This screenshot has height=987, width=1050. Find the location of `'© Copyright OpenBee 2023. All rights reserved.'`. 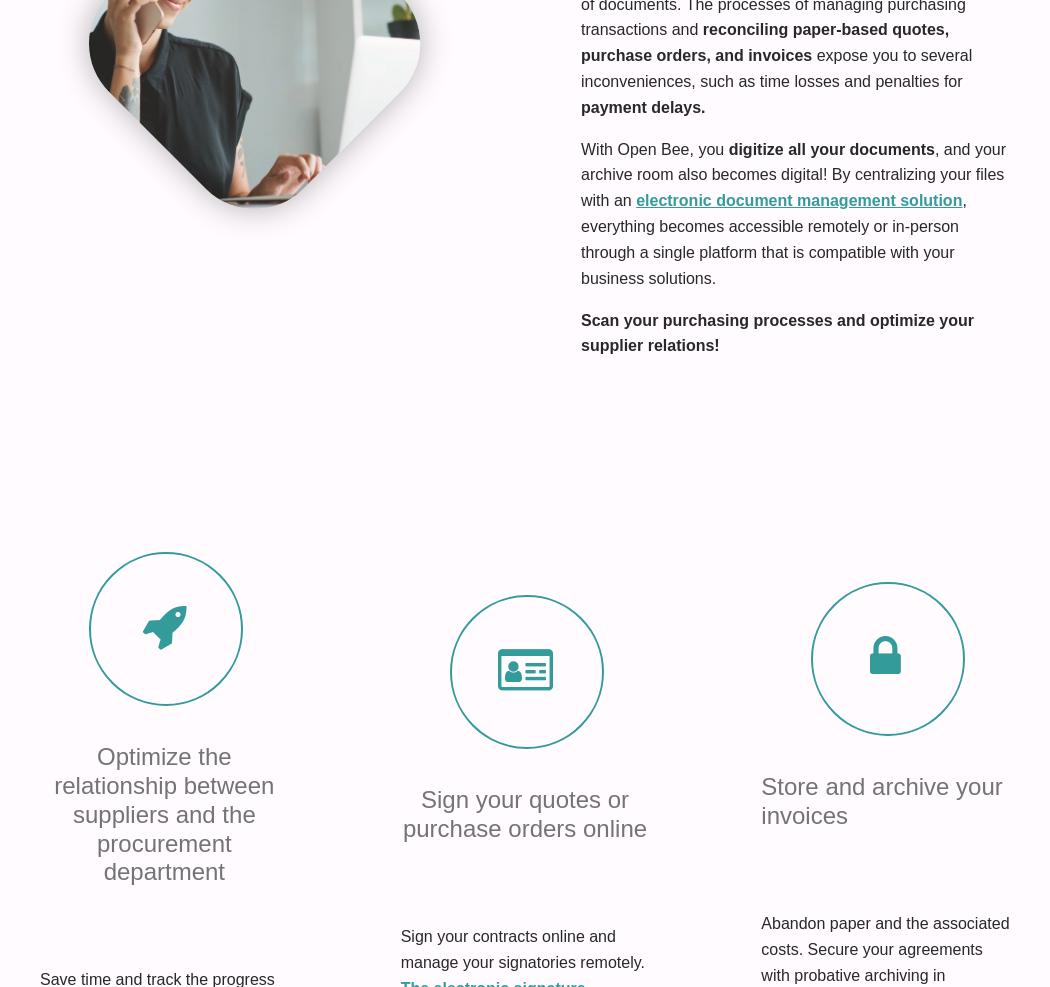

'© Copyright OpenBee 2023. All rights reserved.' is located at coordinates (164, 918).